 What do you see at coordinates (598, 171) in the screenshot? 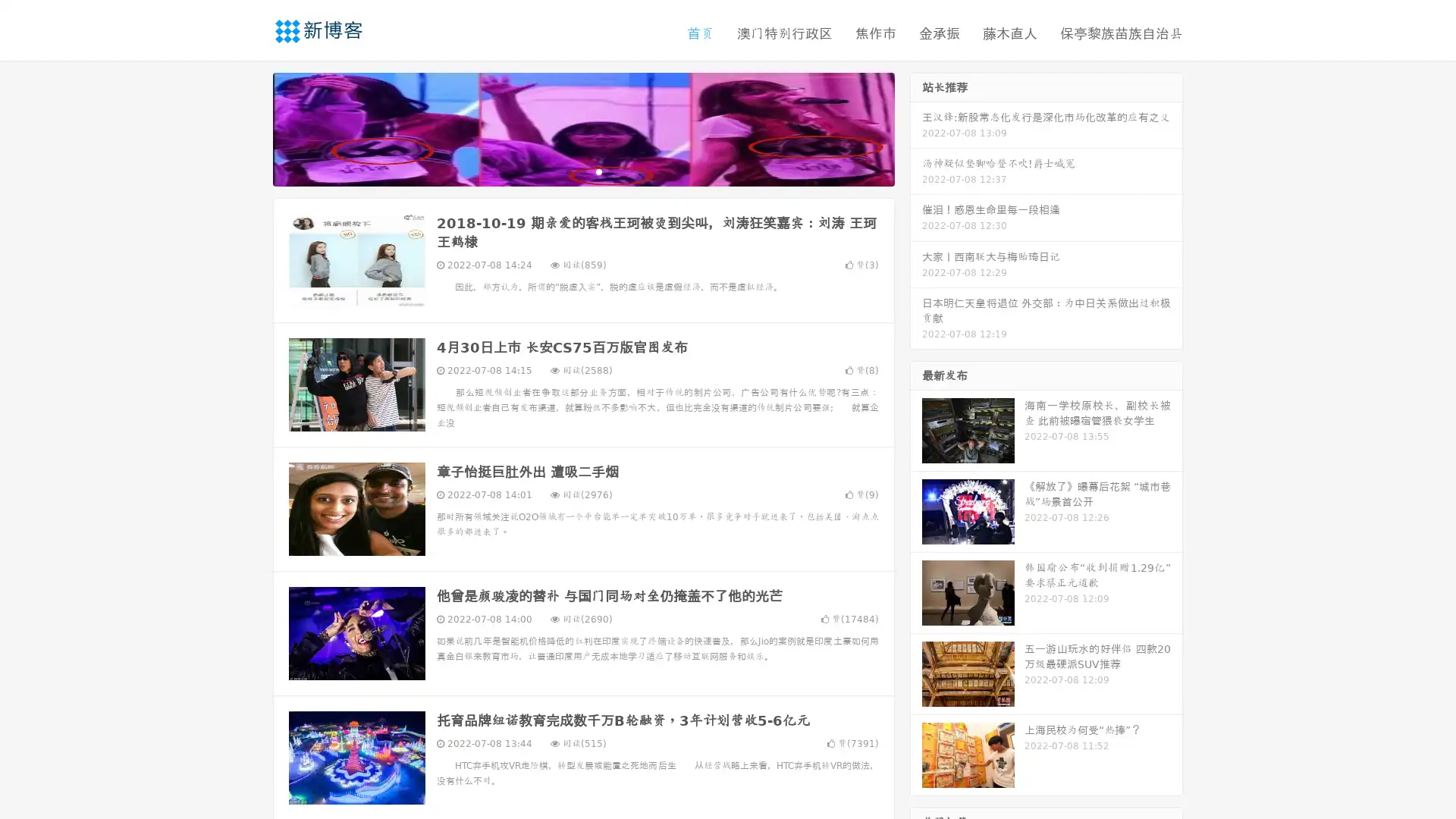
I see `Go to slide 3` at bounding box center [598, 171].